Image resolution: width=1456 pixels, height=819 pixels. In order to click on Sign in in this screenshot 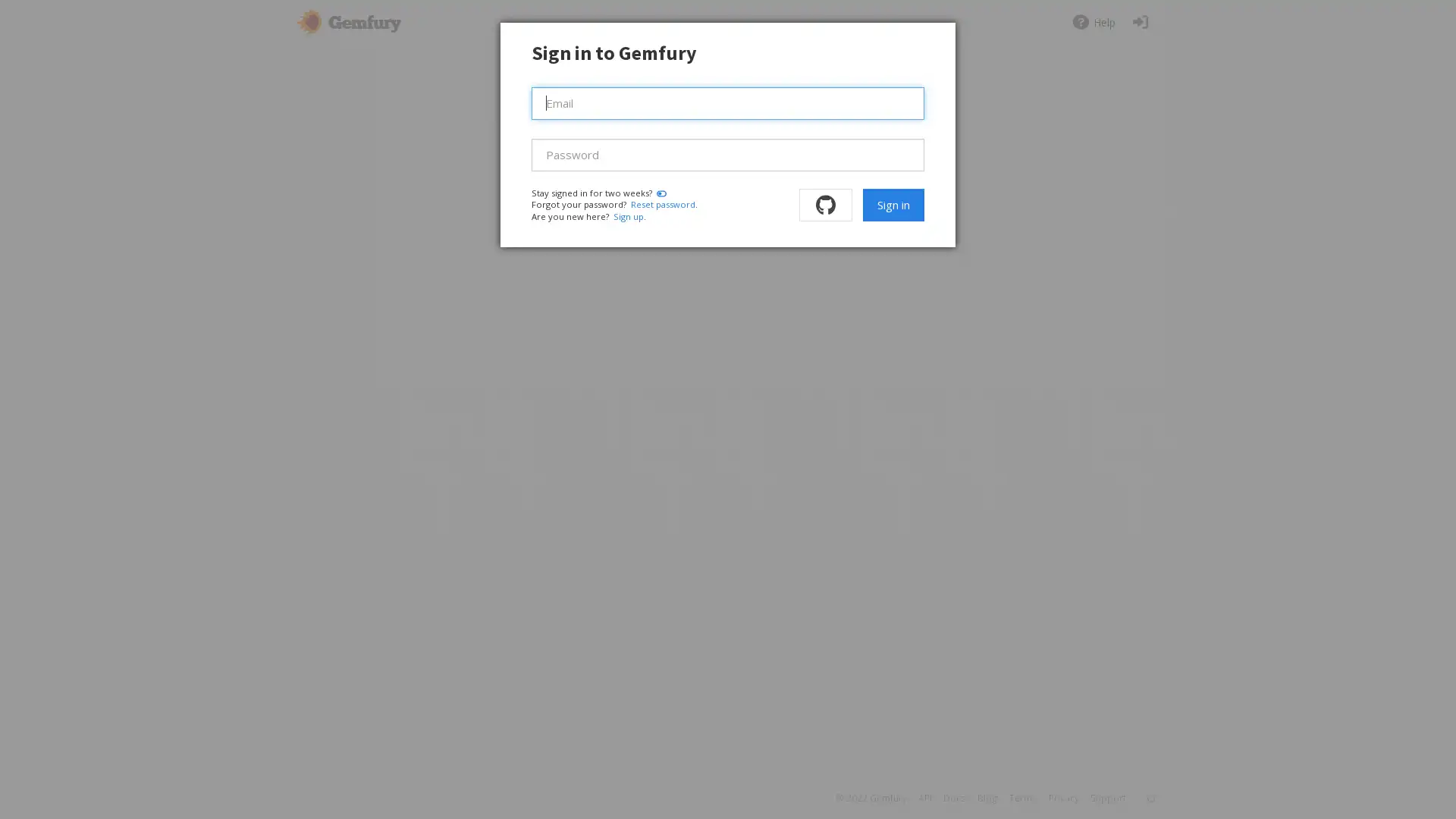, I will do `click(893, 205)`.